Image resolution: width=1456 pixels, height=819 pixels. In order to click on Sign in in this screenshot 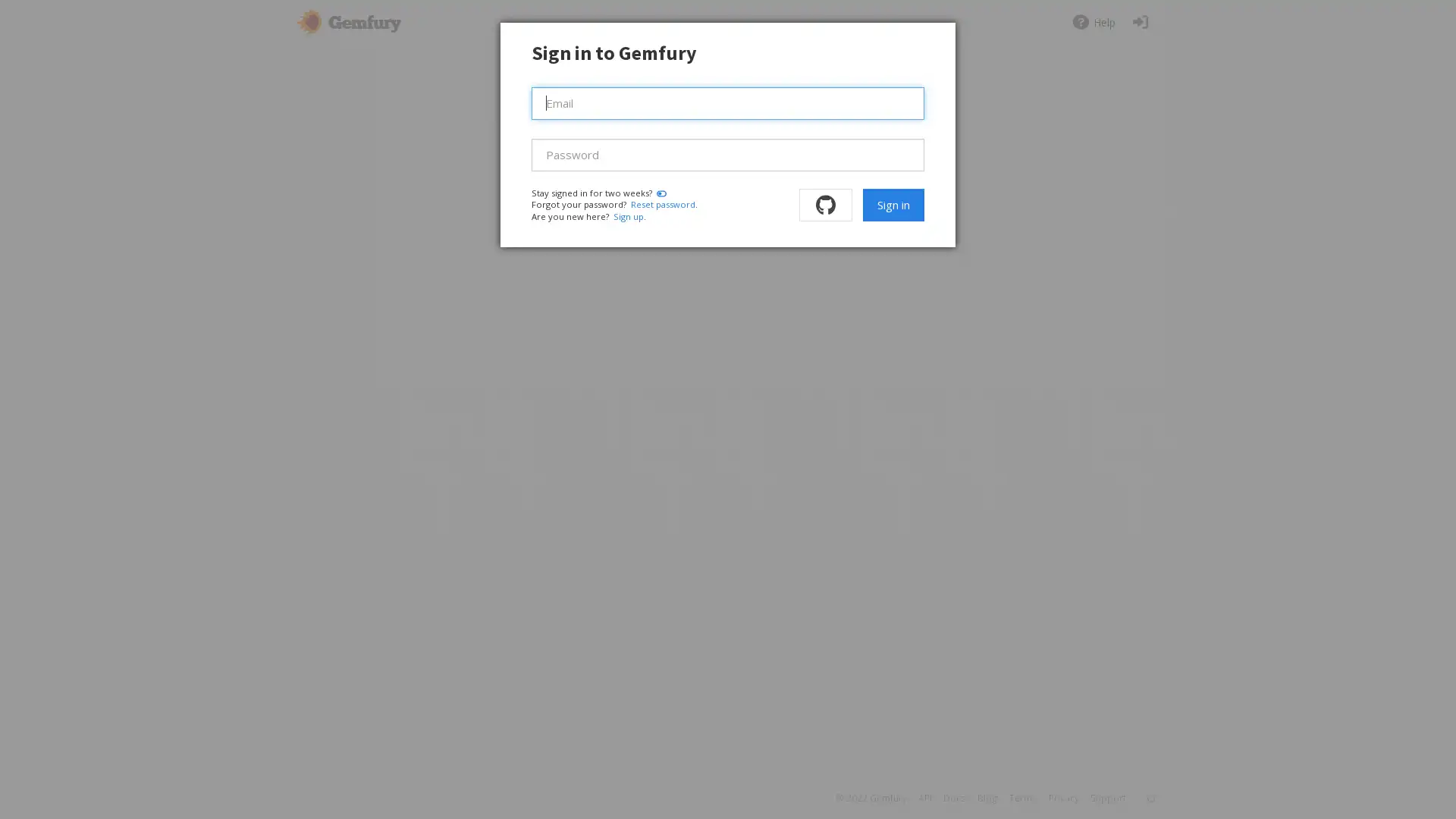, I will do `click(893, 205)`.